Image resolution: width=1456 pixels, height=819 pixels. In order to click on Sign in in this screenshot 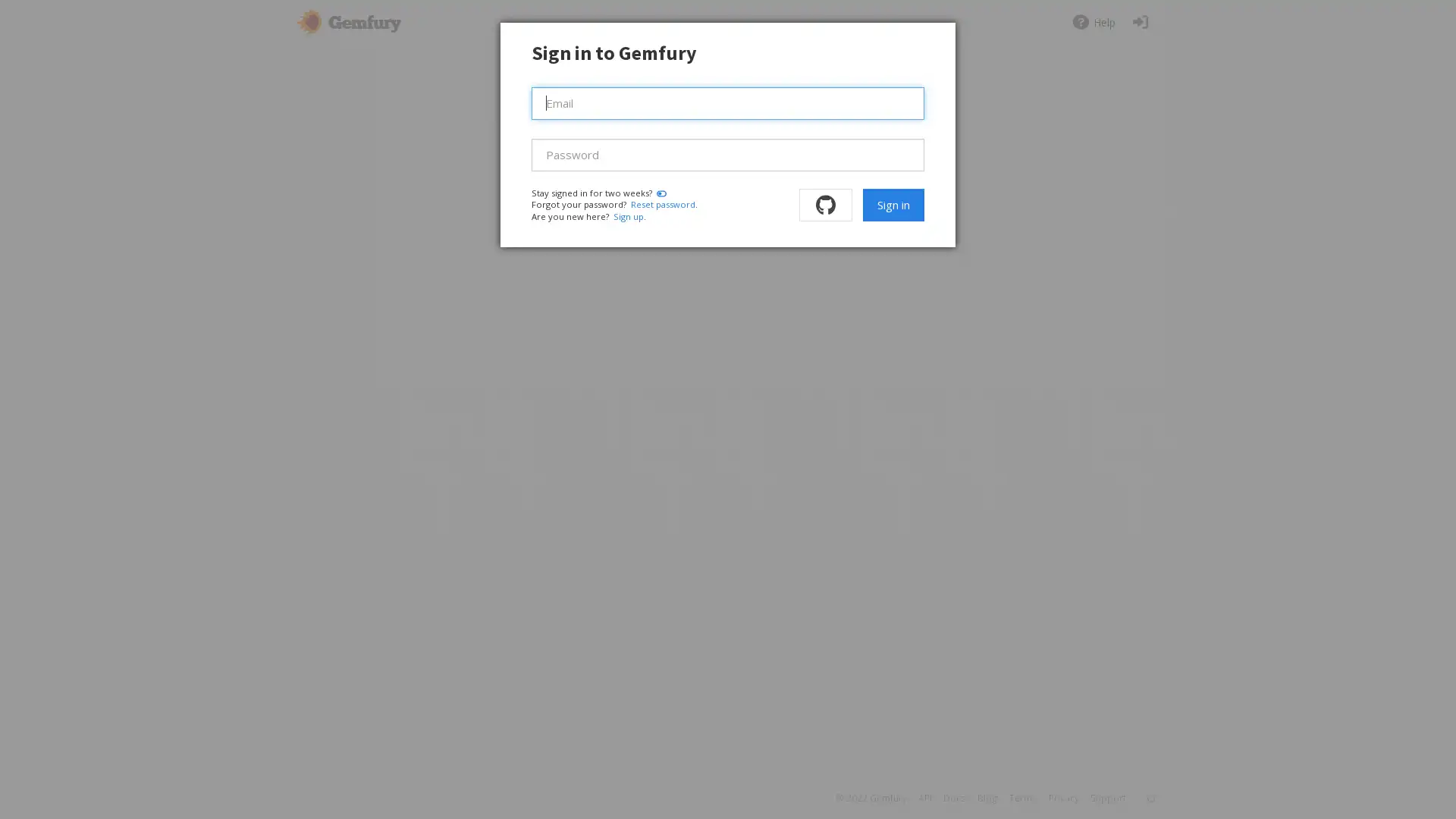, I will do `click(893, 205)`.